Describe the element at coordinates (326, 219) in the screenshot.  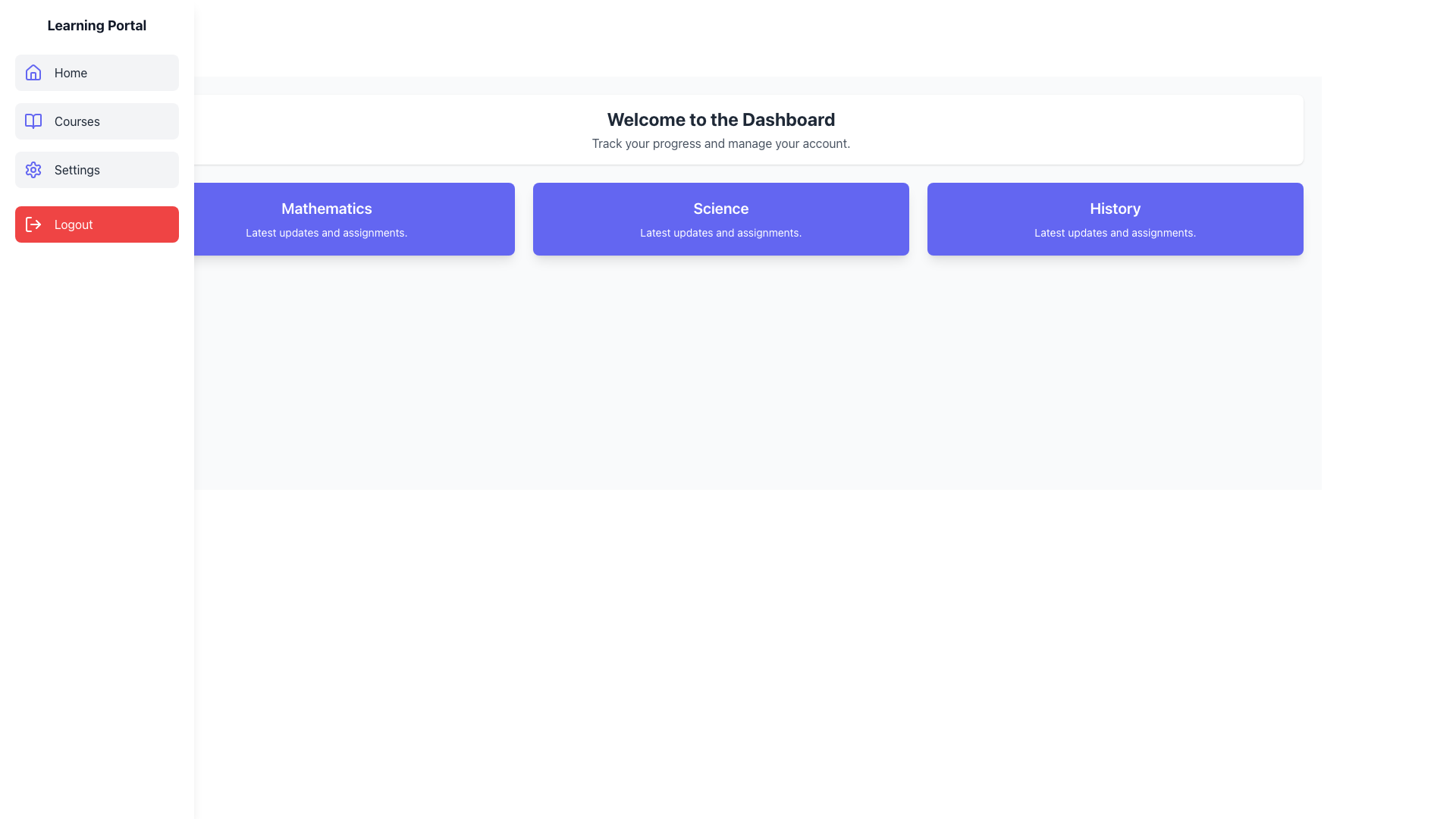
I see `the 'Mathematics' informational card, which features a purple background, white text, and is the first card in a grid layout` at that location.